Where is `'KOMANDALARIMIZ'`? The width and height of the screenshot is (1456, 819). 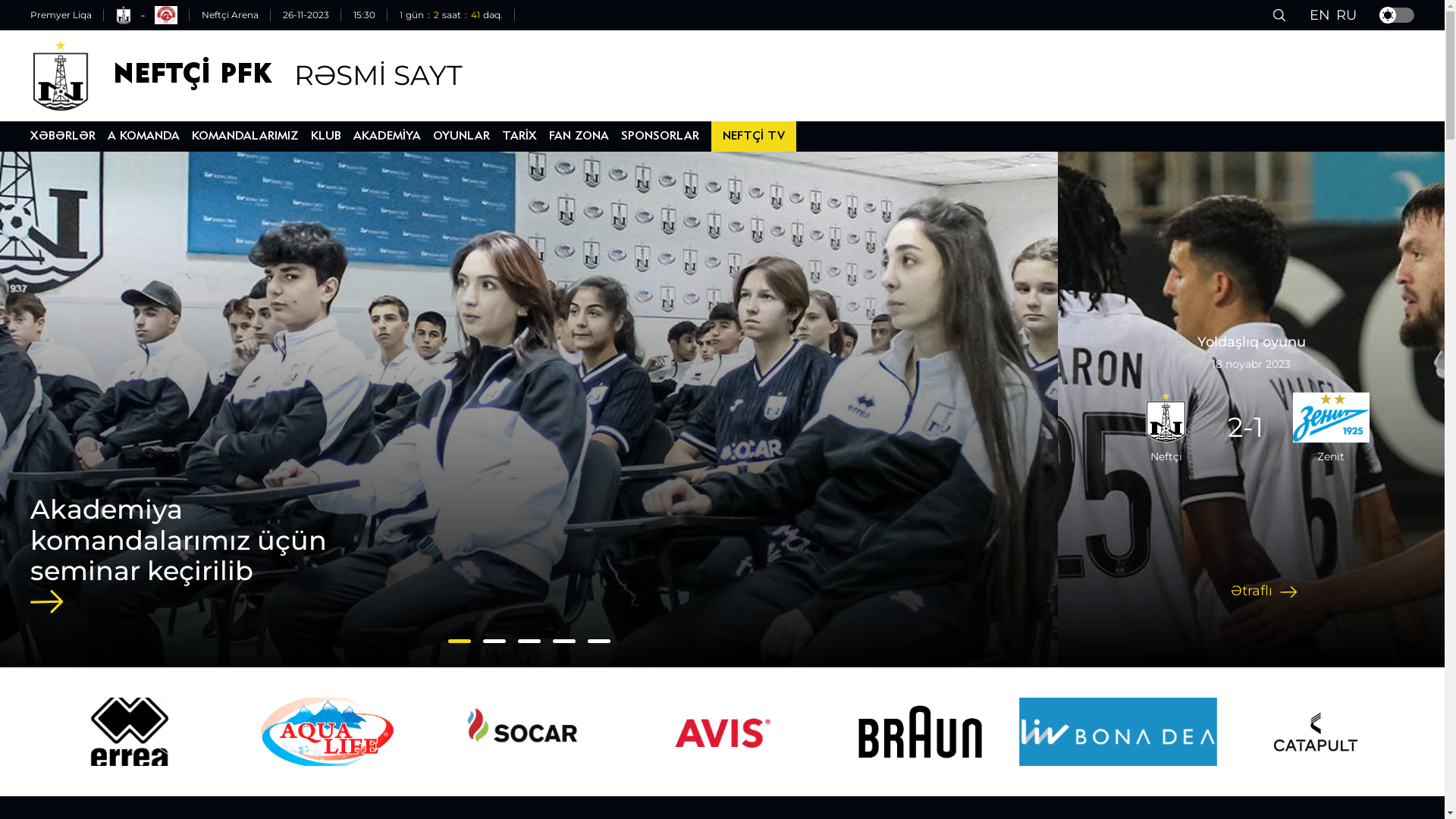
'KOMANDALARIMIZ' is located at coordinates (245, 136).